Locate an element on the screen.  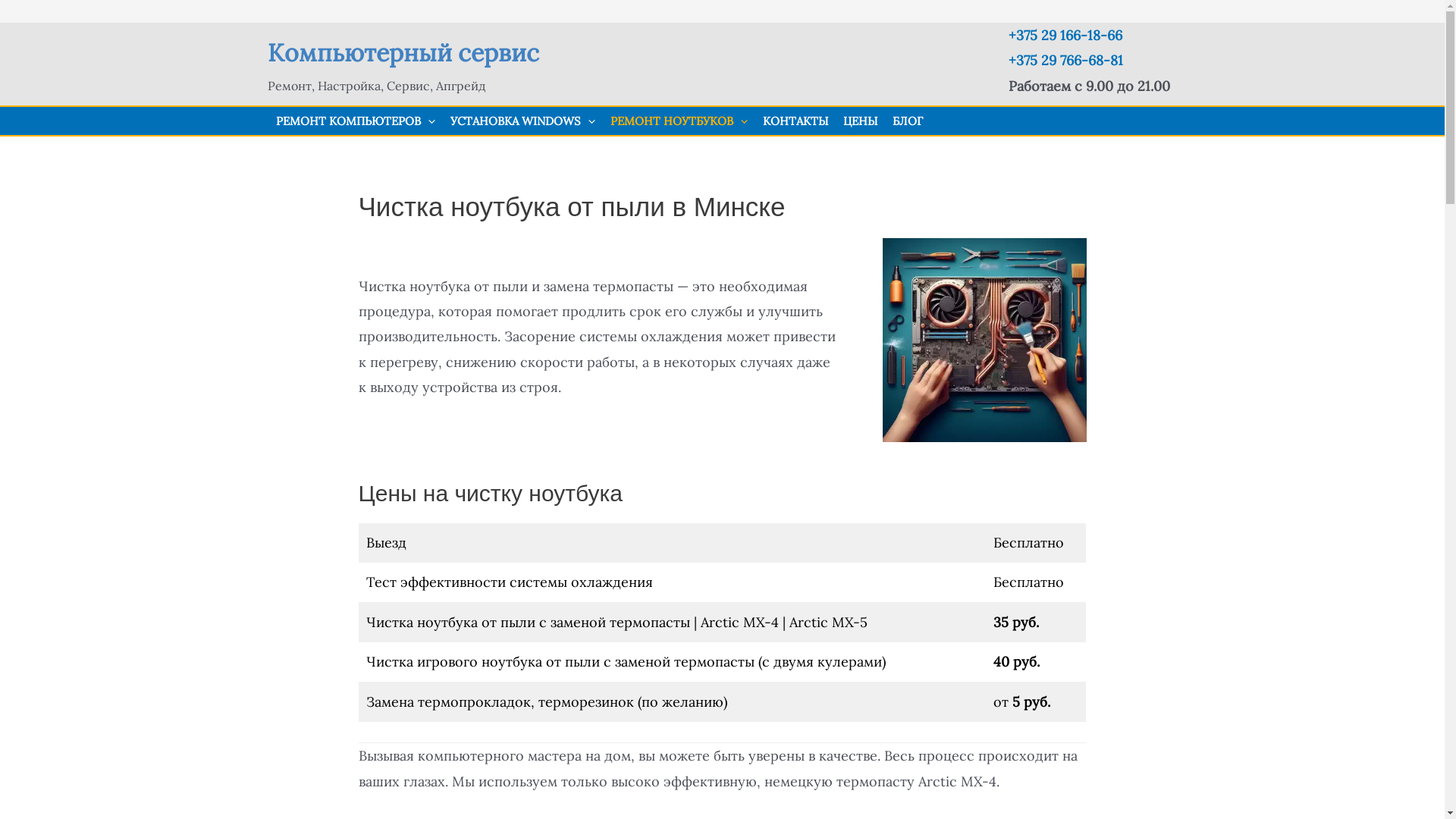
'+375 29 166-18-66' is located at coordinates (1008, 34).